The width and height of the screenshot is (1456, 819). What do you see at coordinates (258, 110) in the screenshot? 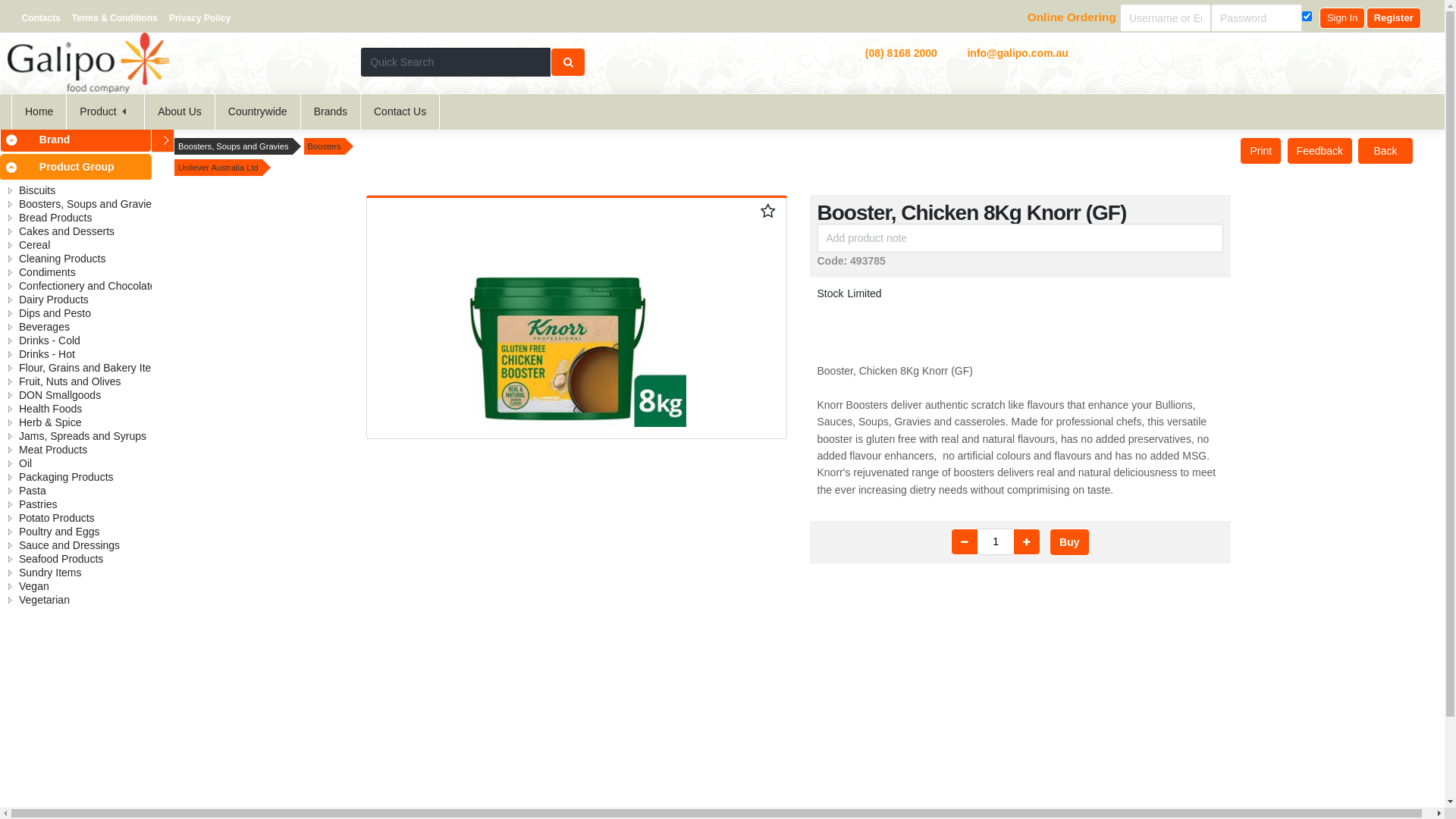
I see `'Countrywide'` at bounding box center [258, 110].